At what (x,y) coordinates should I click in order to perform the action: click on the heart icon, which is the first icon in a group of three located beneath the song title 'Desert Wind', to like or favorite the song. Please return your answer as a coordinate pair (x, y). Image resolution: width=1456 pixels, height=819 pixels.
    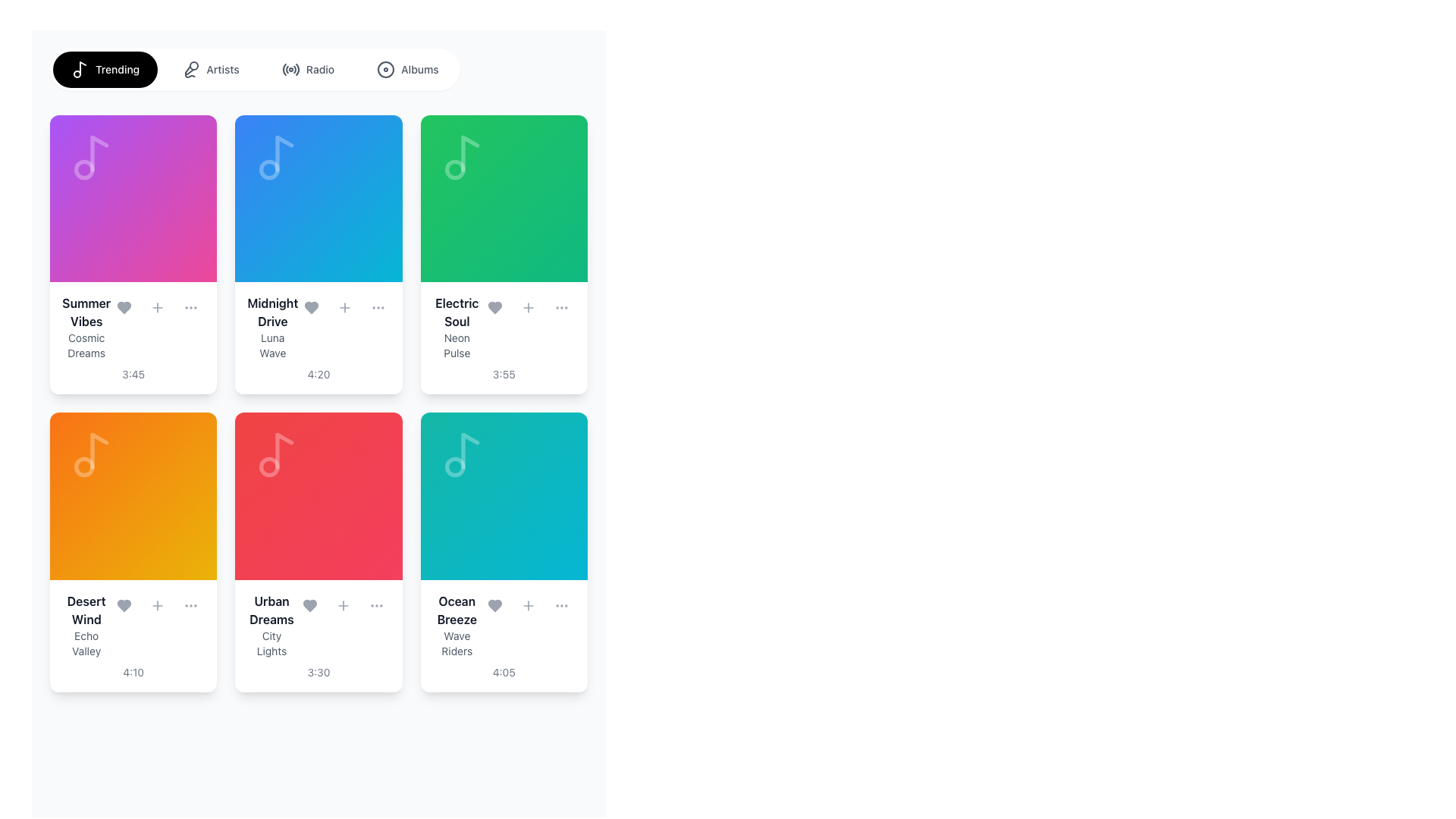
    Looking at the image, I should click on (124, 604).